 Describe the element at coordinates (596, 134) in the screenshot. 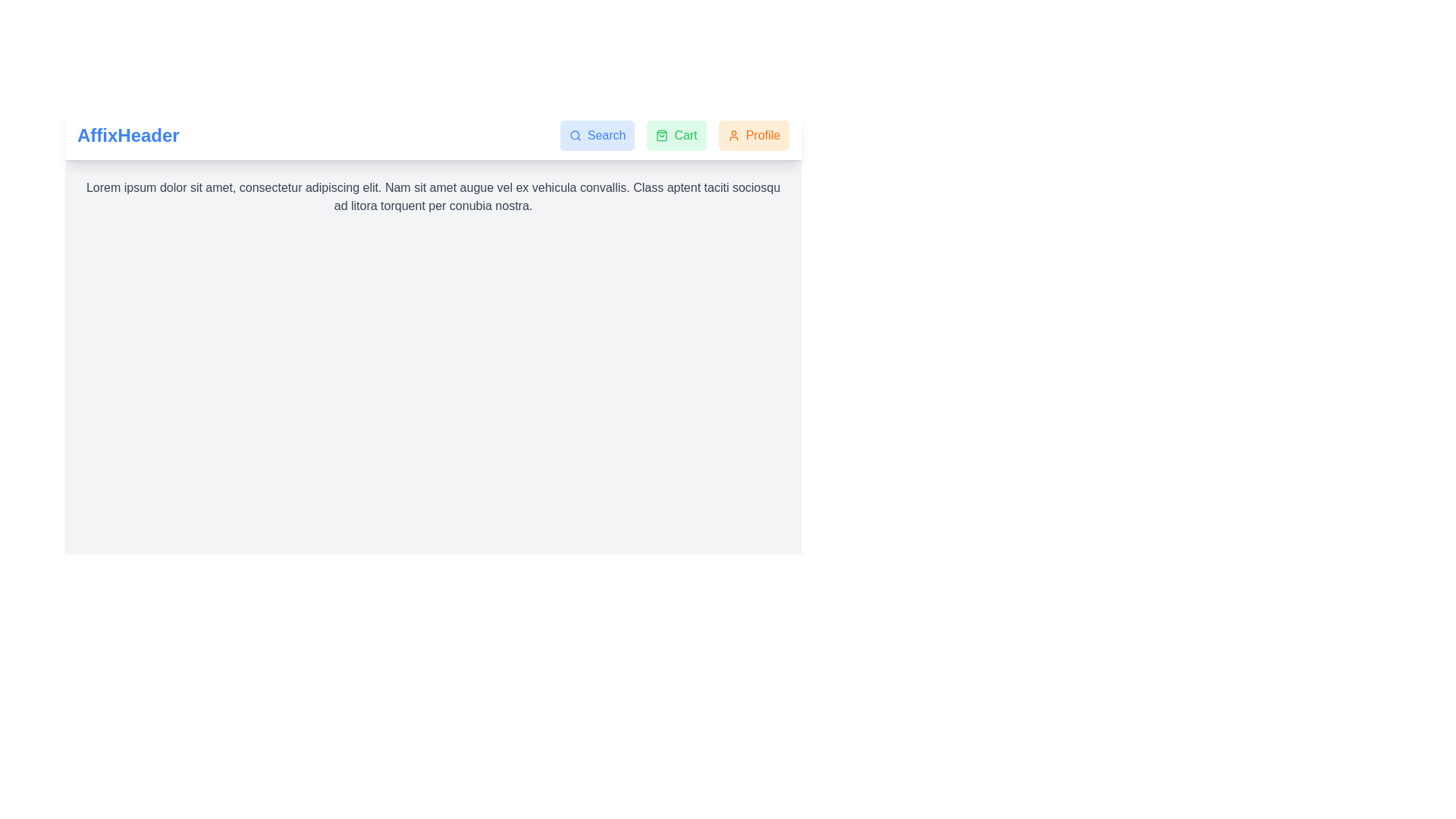

I see `the blue 'Search' button with rounded corners located at the top-right corner of the interface` at that location.